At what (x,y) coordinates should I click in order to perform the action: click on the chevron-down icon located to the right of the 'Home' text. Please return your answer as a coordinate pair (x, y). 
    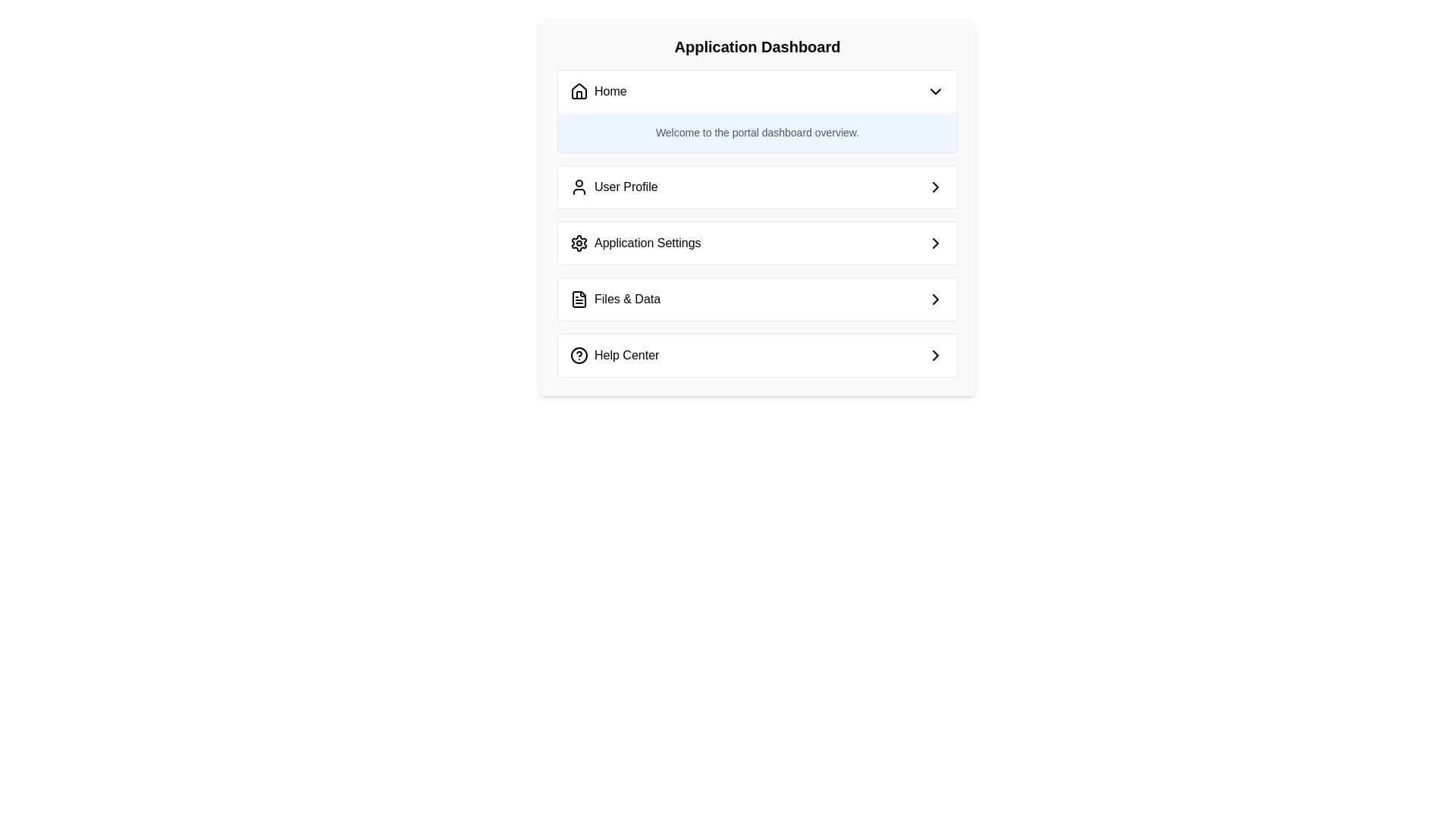
    Looking at the image, I should click on (934, 91).